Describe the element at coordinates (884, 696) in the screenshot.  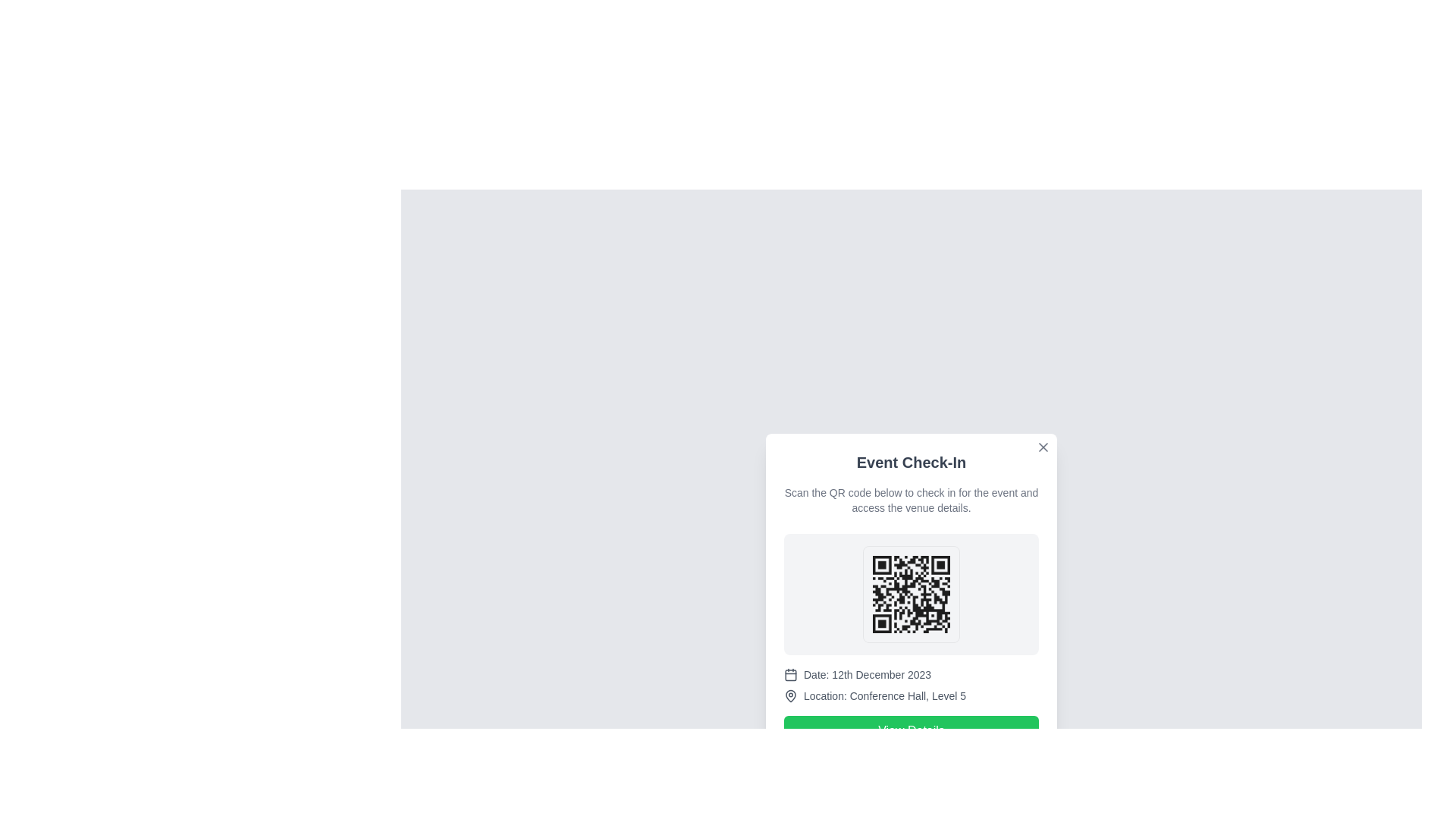
I see `text label that displays 'Location: Conference Hall, Level 5', which is positioned next to a location pin icon in a popup interface` at that location.